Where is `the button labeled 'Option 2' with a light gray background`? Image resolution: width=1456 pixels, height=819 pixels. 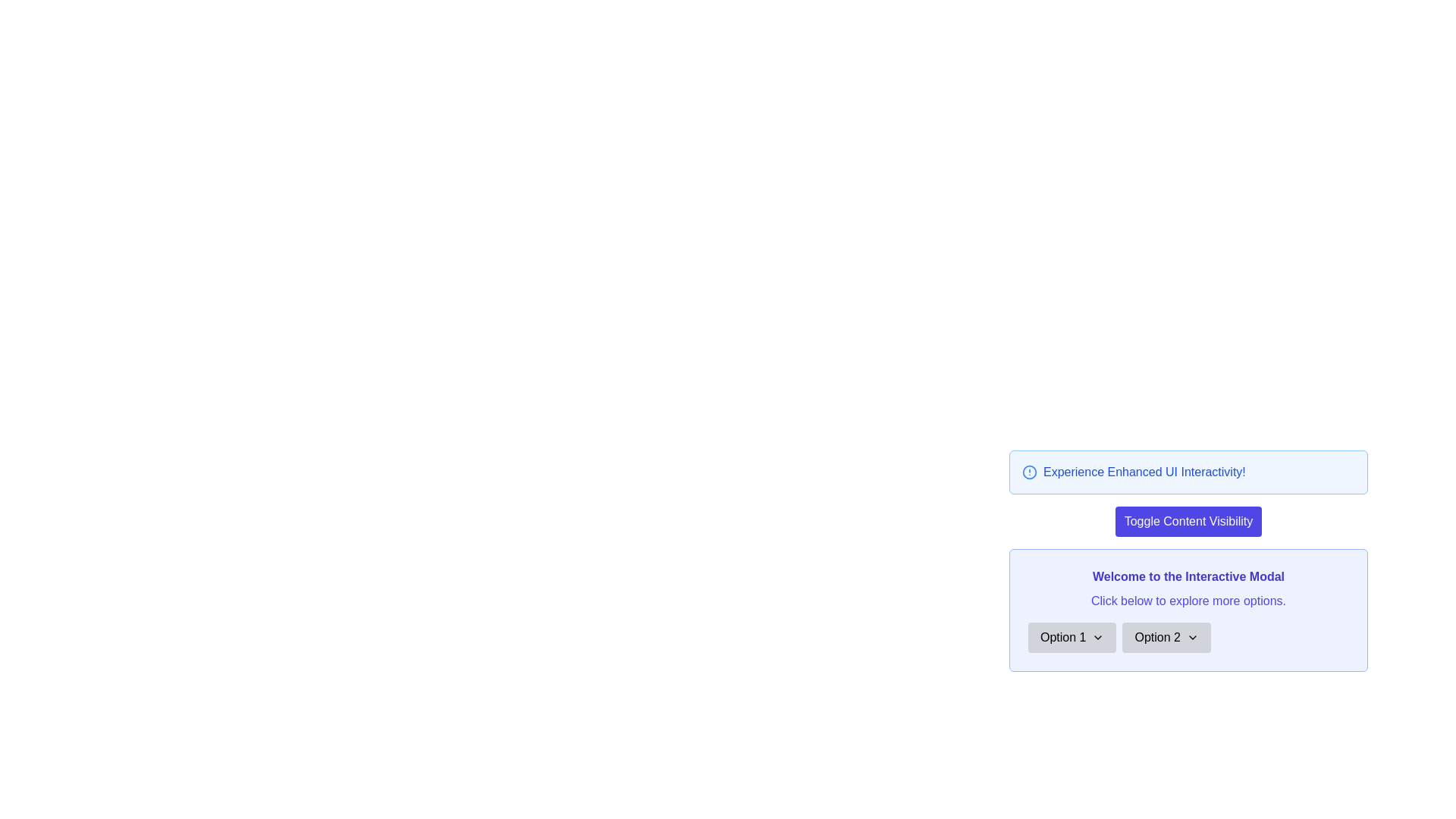
the button labeled 'Option 2' with a light gray background is located at coordinates (1166, 637).